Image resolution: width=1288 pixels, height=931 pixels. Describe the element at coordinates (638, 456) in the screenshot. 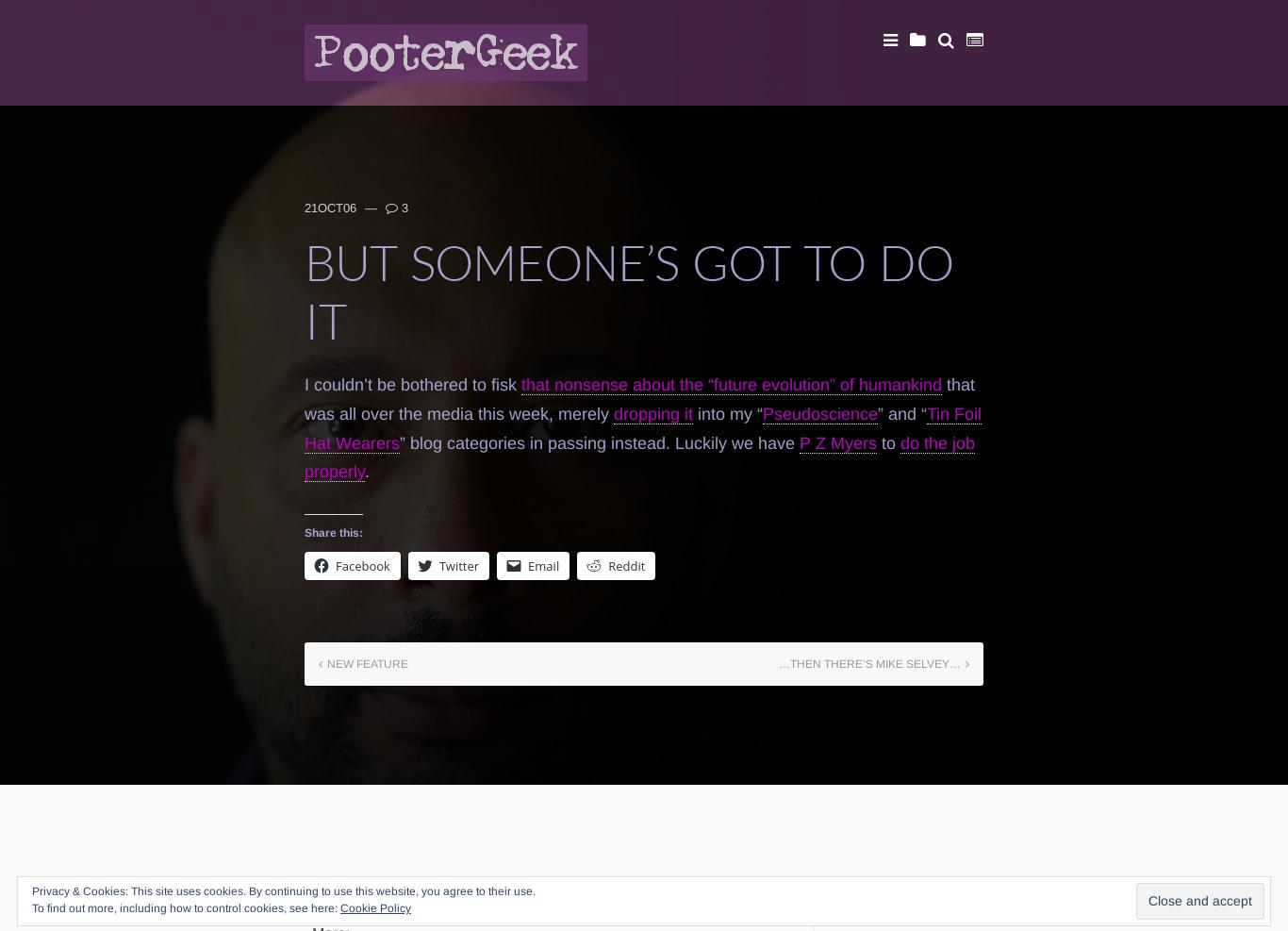

I see `'do the job properly'` at that location.